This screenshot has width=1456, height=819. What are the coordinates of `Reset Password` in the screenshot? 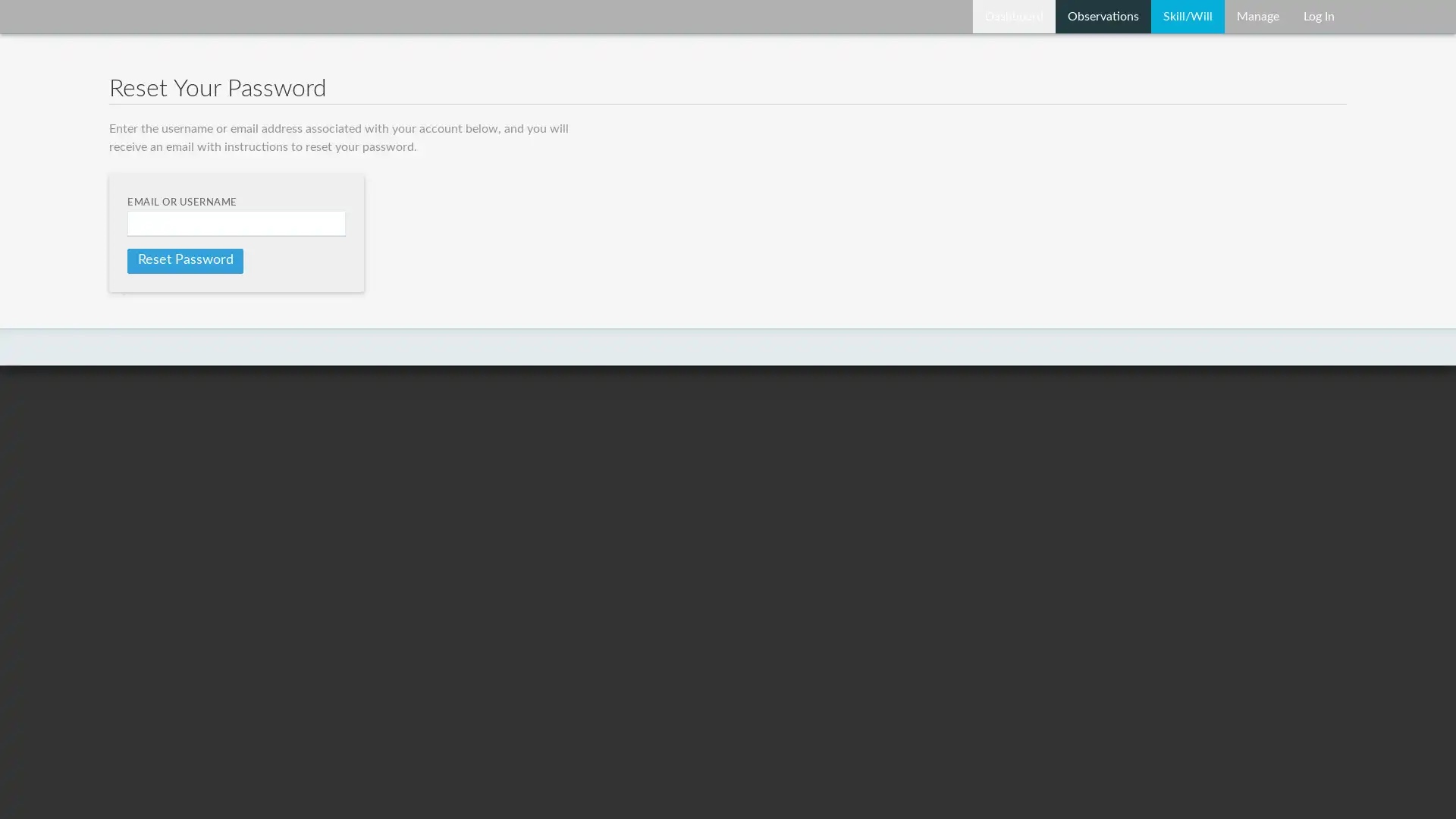 It's located at (184, 259).